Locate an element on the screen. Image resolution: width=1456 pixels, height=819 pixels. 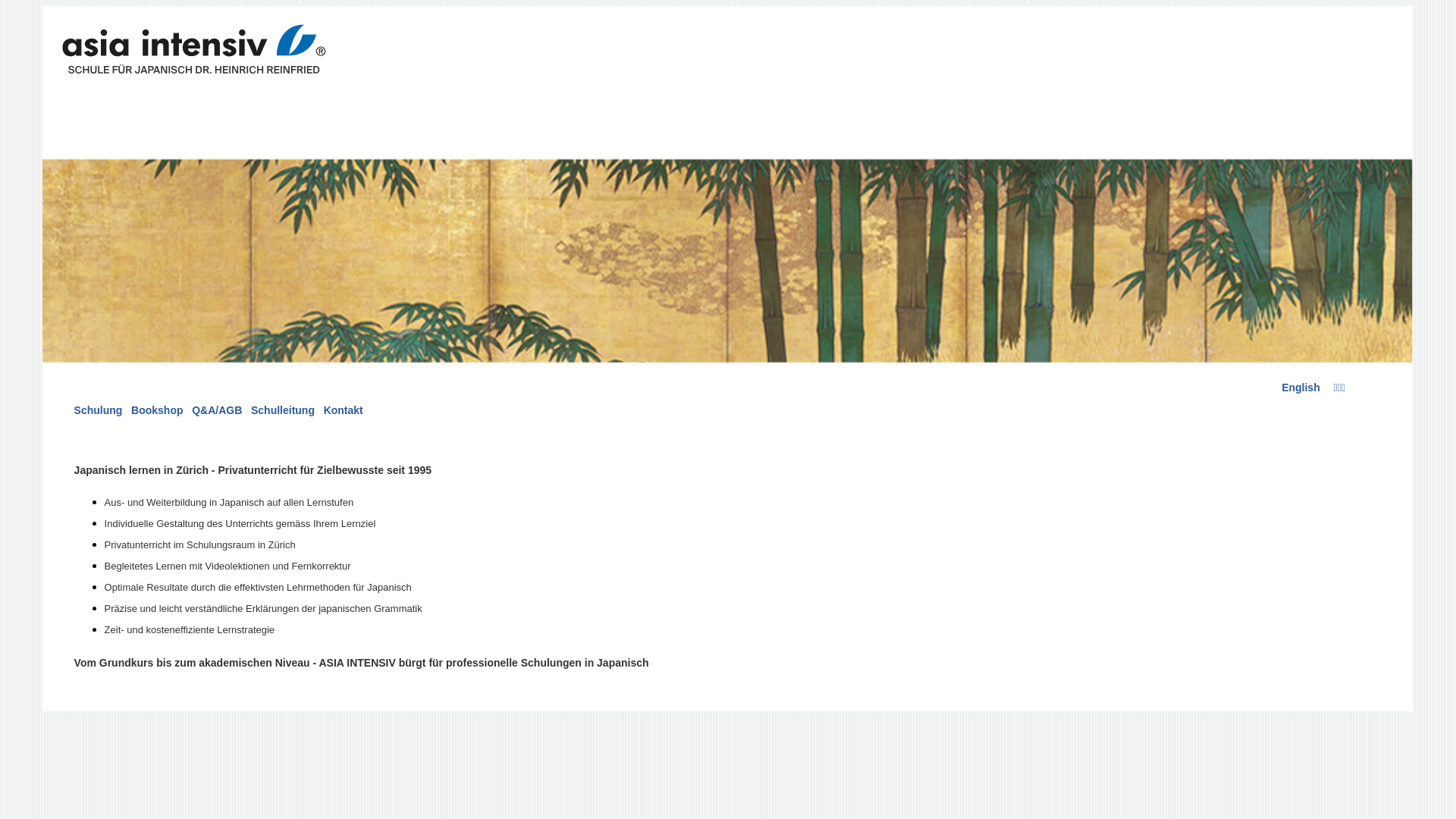
'Schulung' is located at coordinates (97, 409).